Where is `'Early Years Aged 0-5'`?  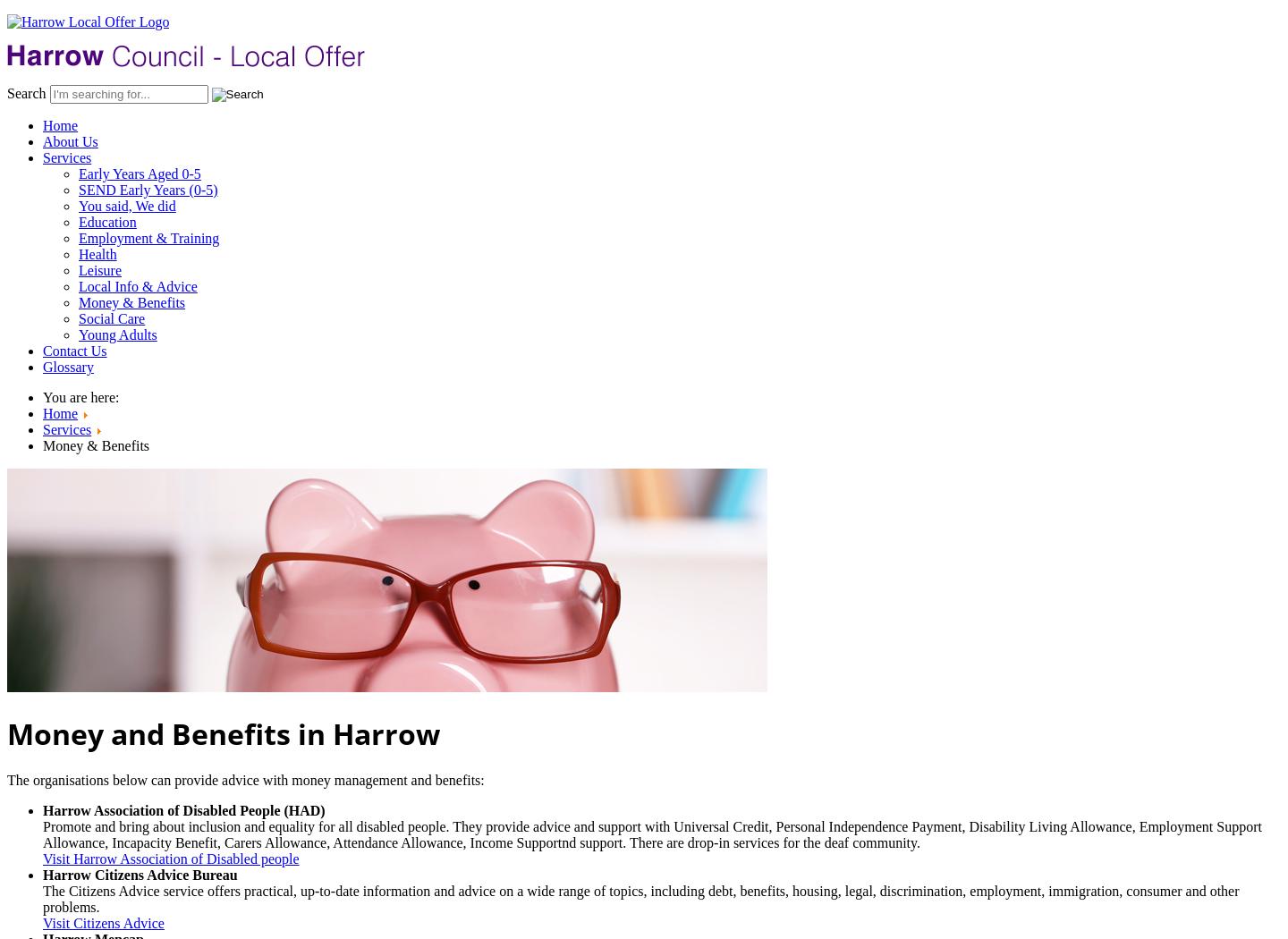
'Early Years Aged 0-5' is located at coordinates (78, 173).